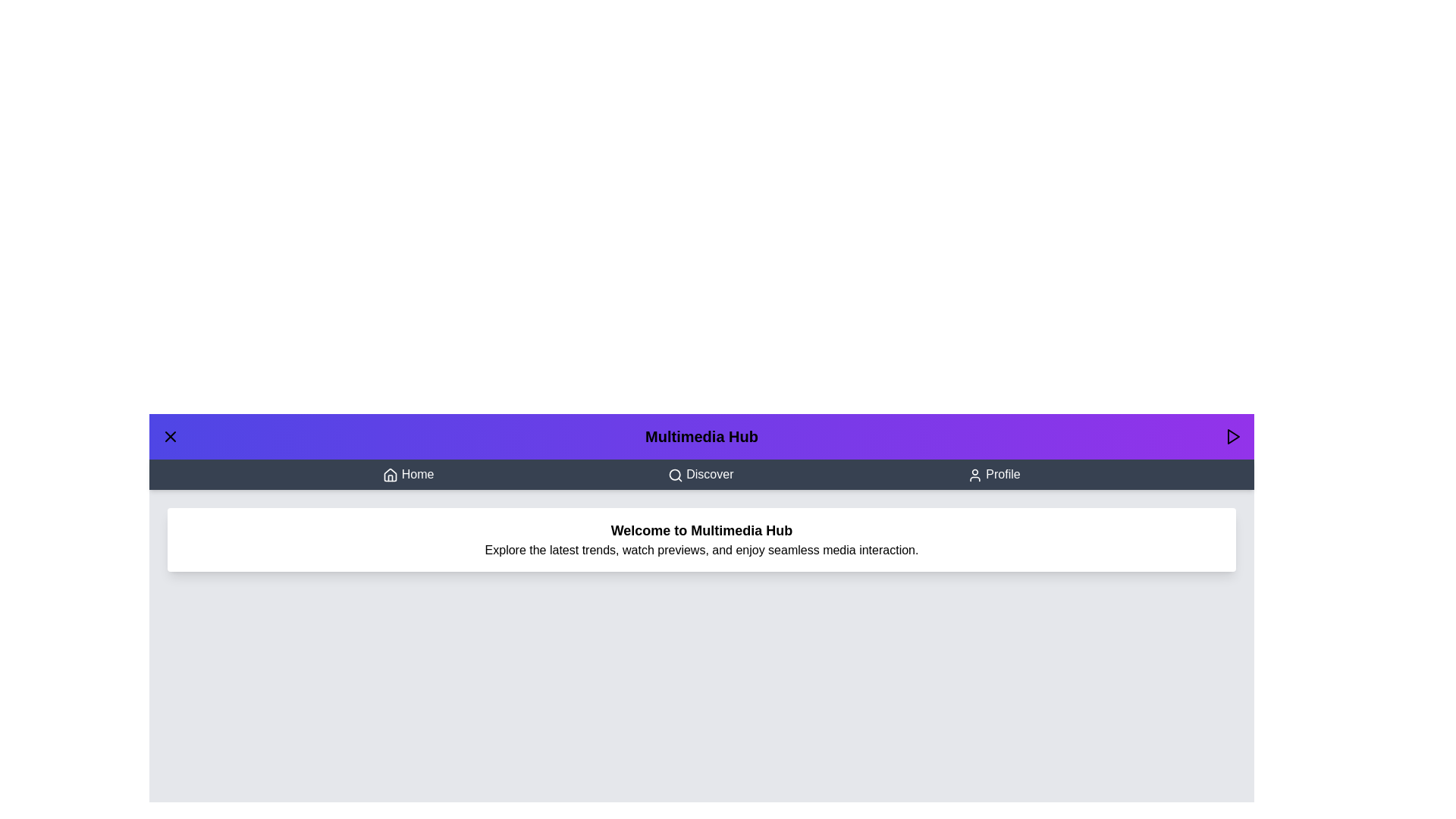 The image size is (1456, 819). What do you see at coordinates (407, 473) in the screenshot?
I see `the 'Home' button to navigate to the Home section` at bounding box center [407, 473].